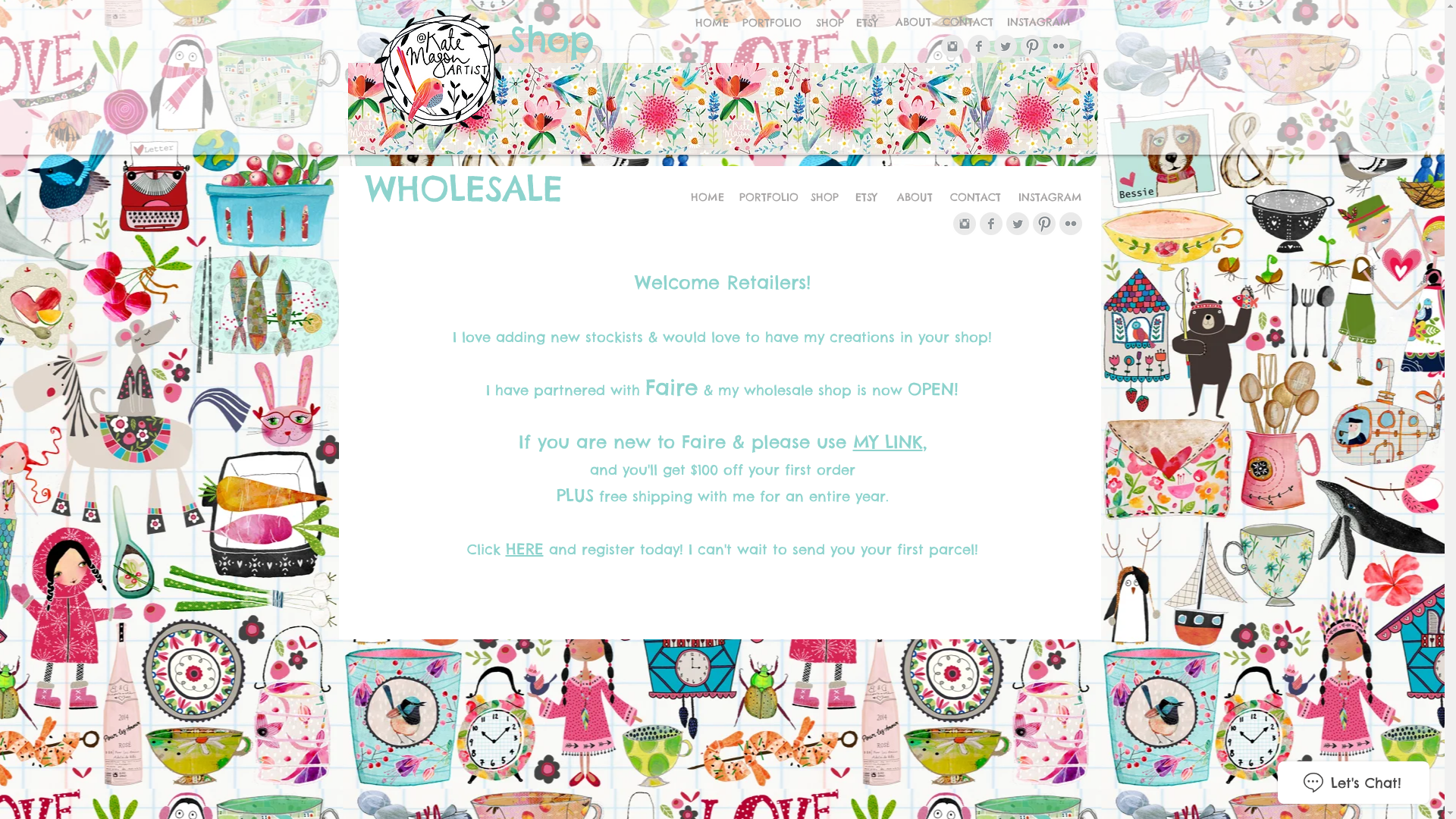 Image resolution: width=1456 pixels, height=819 pixels. I want to click on 'HOME', so click(686, 197).